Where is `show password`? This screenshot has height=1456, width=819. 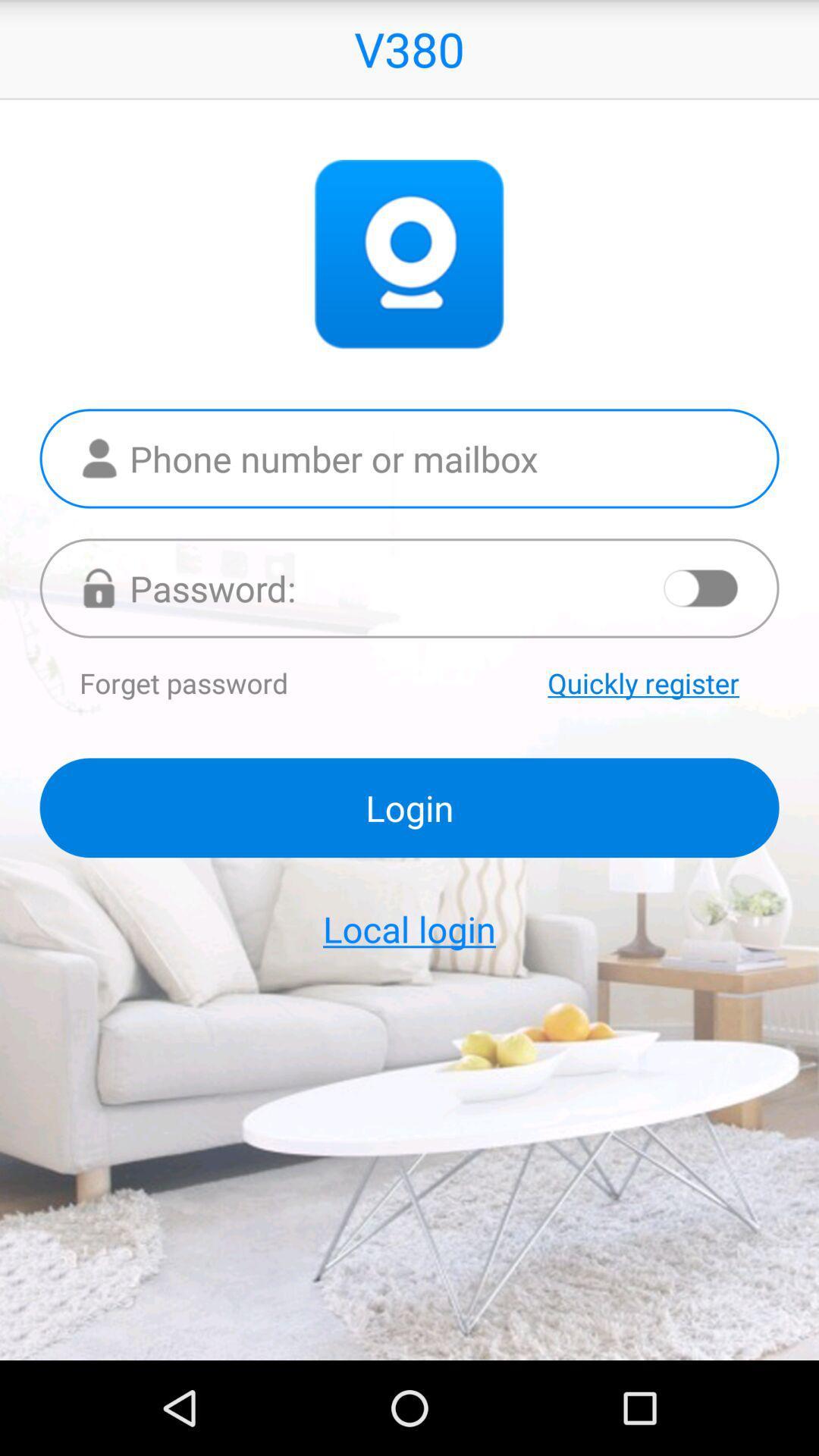
show password is located at coordinates (701, 587).